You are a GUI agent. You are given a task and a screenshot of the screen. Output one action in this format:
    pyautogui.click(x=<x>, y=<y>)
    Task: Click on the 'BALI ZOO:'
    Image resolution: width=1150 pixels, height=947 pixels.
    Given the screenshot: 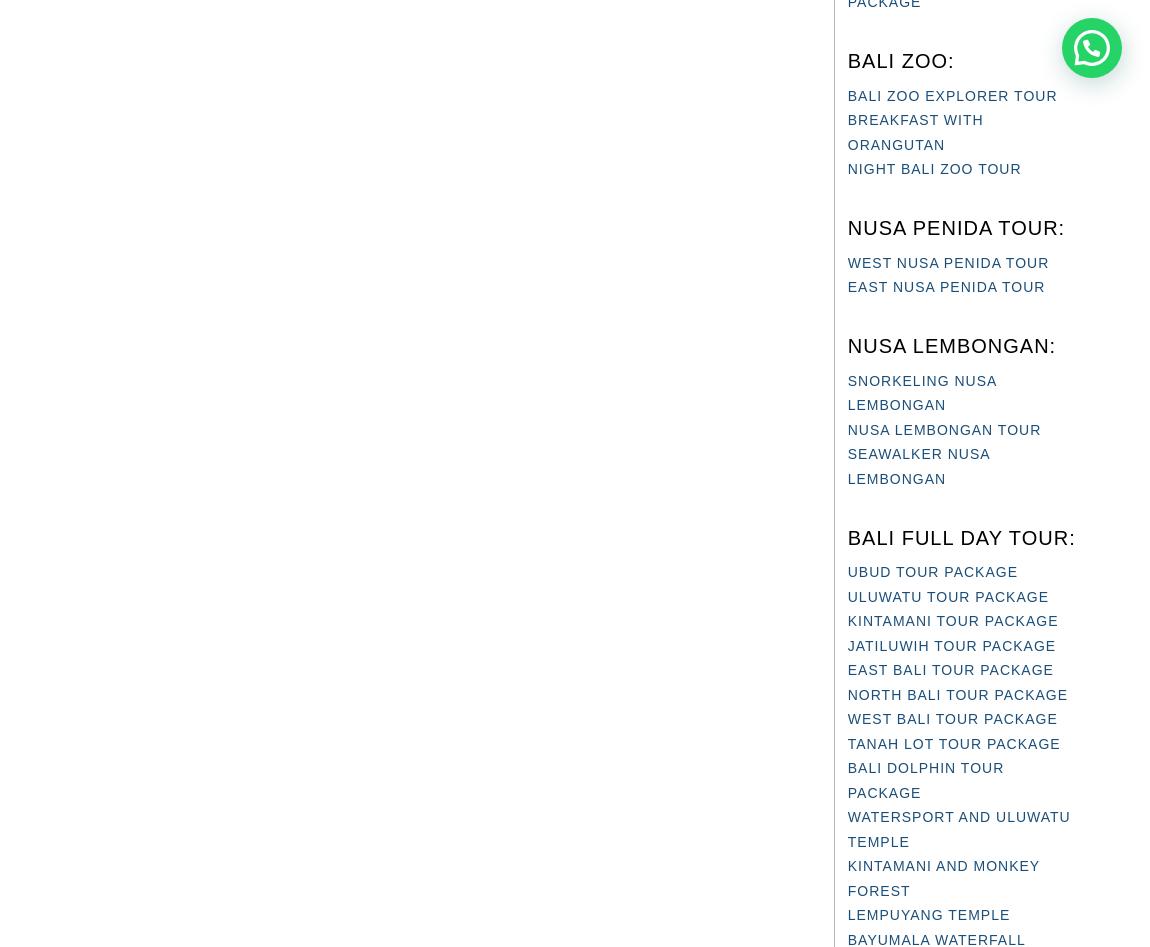 What is the action you would take?
    pyautogui.click(x=900, y=60)
    